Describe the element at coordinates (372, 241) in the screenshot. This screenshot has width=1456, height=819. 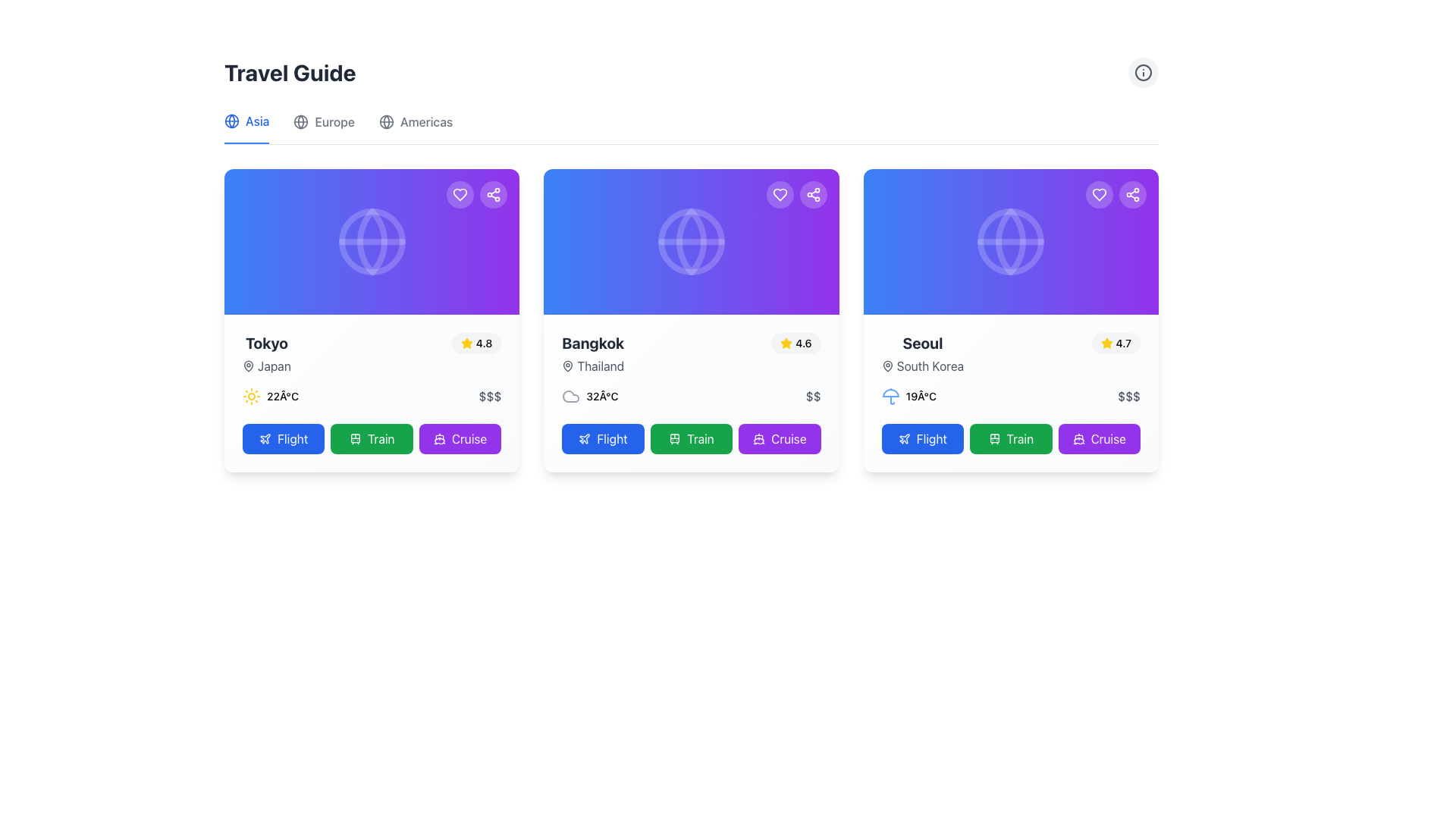
I see `the globe icon located at the center-top area of the 'Tokyo' card, which is the leftmost card in a horizontally aligned set of cards` at that location.